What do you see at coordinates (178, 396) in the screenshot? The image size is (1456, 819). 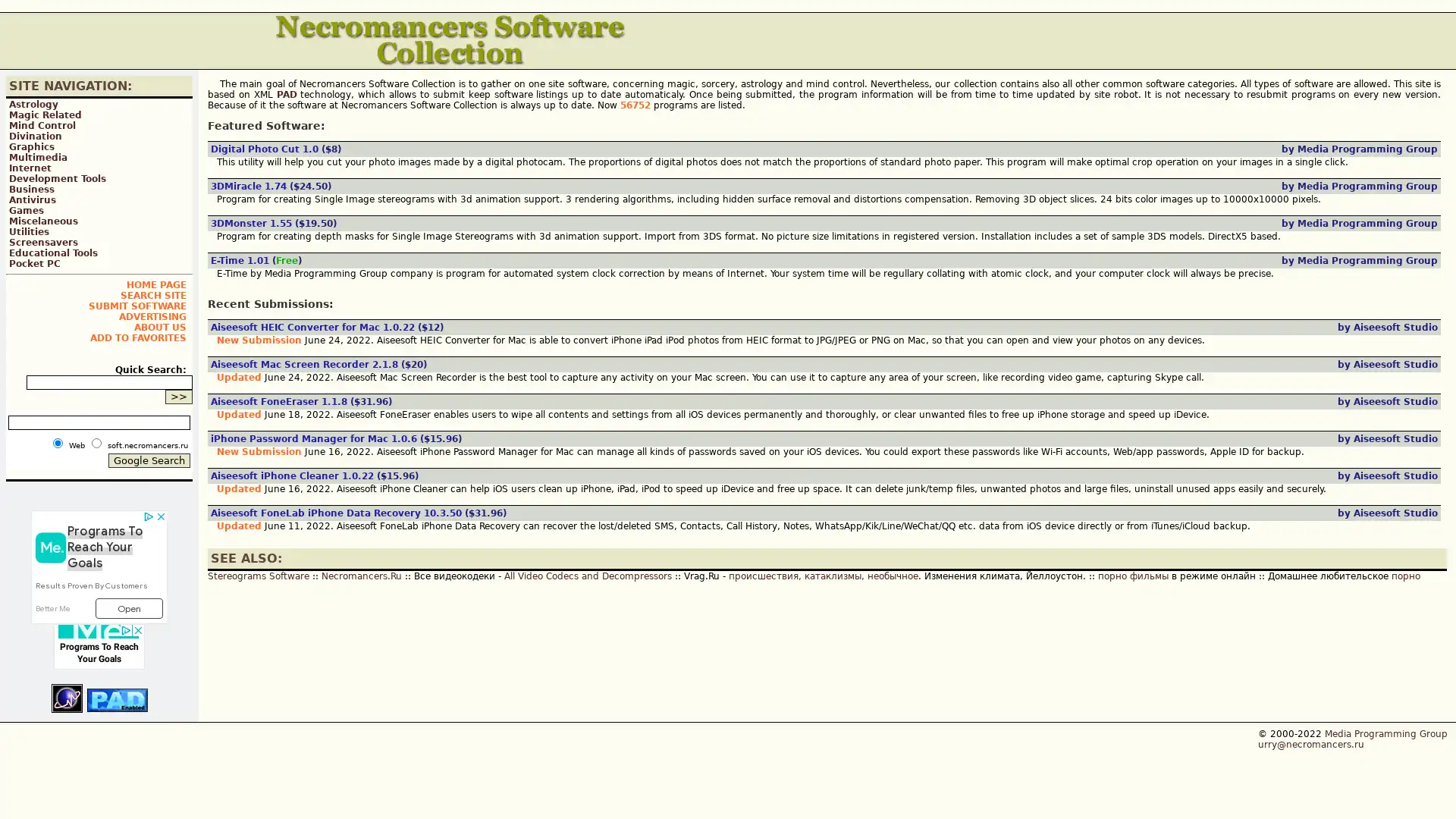 I see `>>` at bounding box center [178, 396].